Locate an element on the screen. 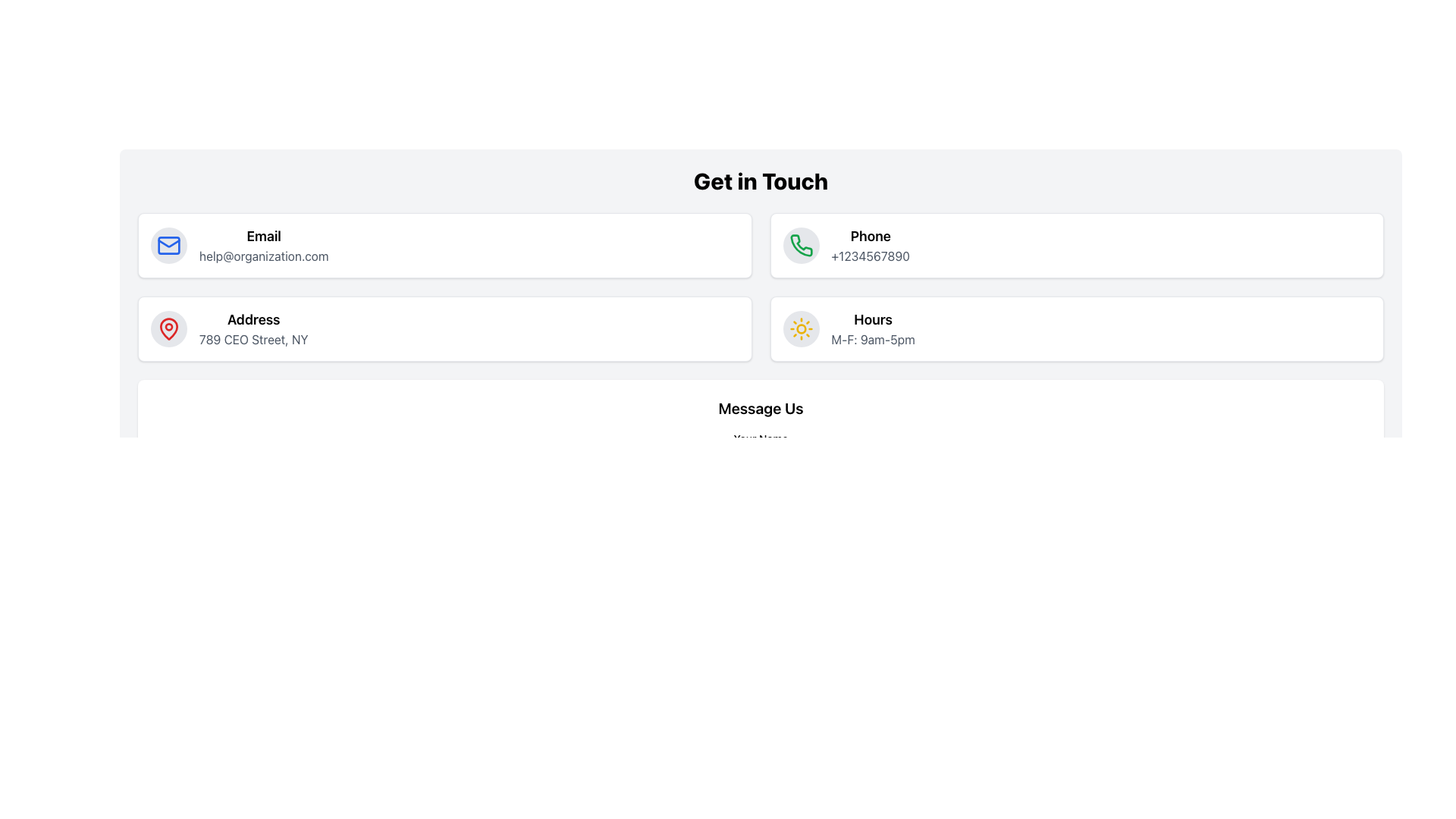  the Informational Text Block titled 'Hours' which displays the subtitle 'M-F: 9am-5pm', located in the second column of the grid layout under the 'Get in Touch' section is located at coordinates (873, 328).